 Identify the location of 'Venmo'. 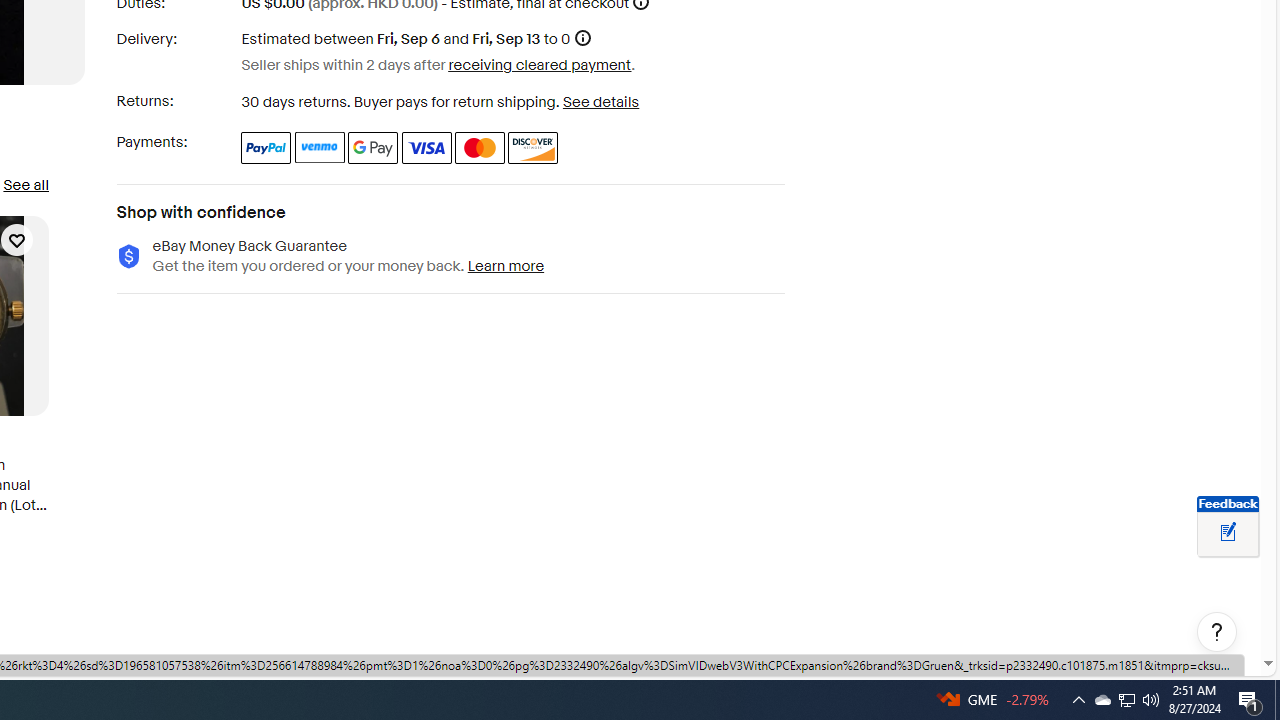
(320, 146).